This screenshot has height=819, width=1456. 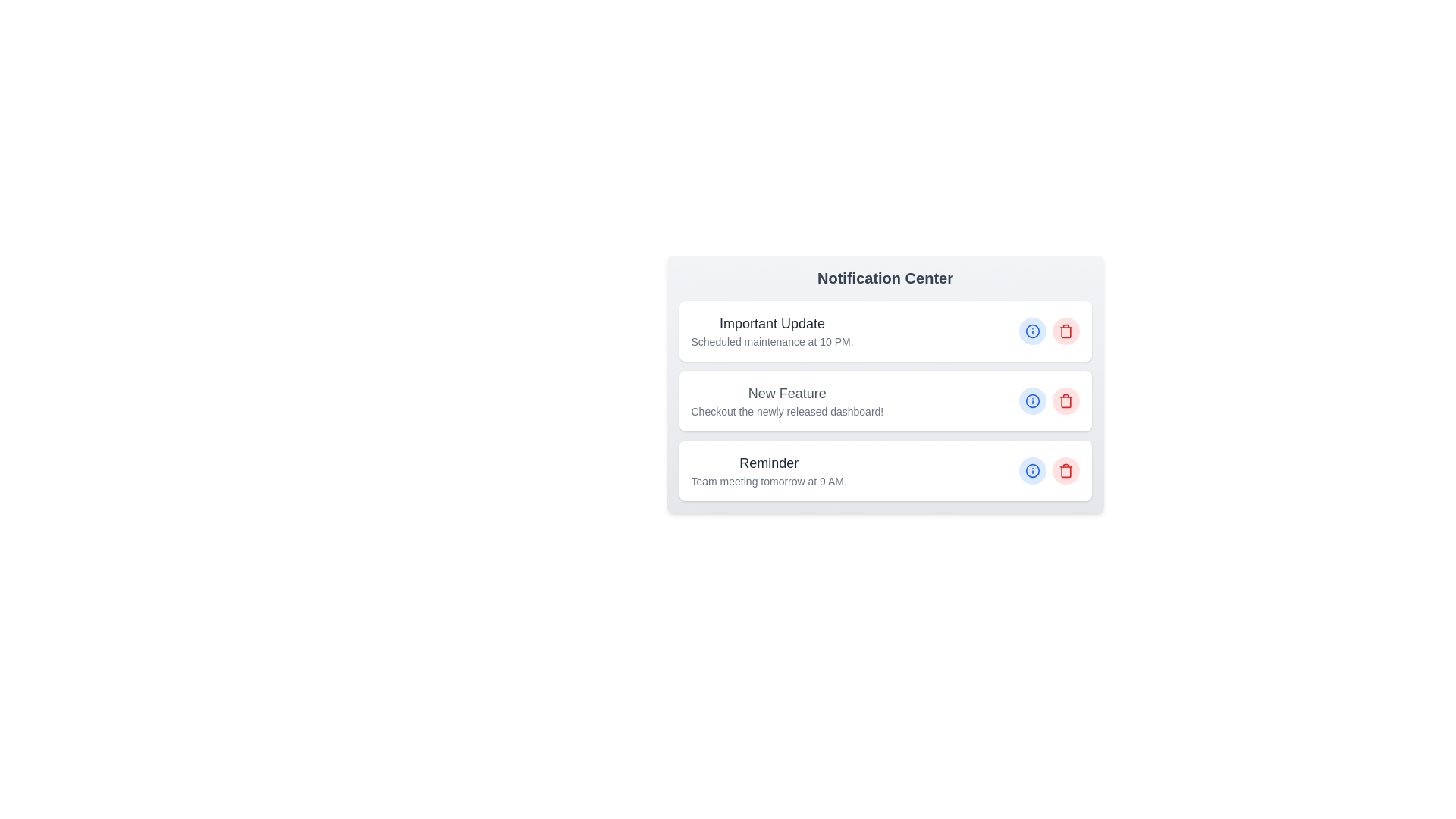 What do you see at coordinates (885, 470) in the screenshot?
I see `the item with title Reminder` at bounding box center [885, 470].